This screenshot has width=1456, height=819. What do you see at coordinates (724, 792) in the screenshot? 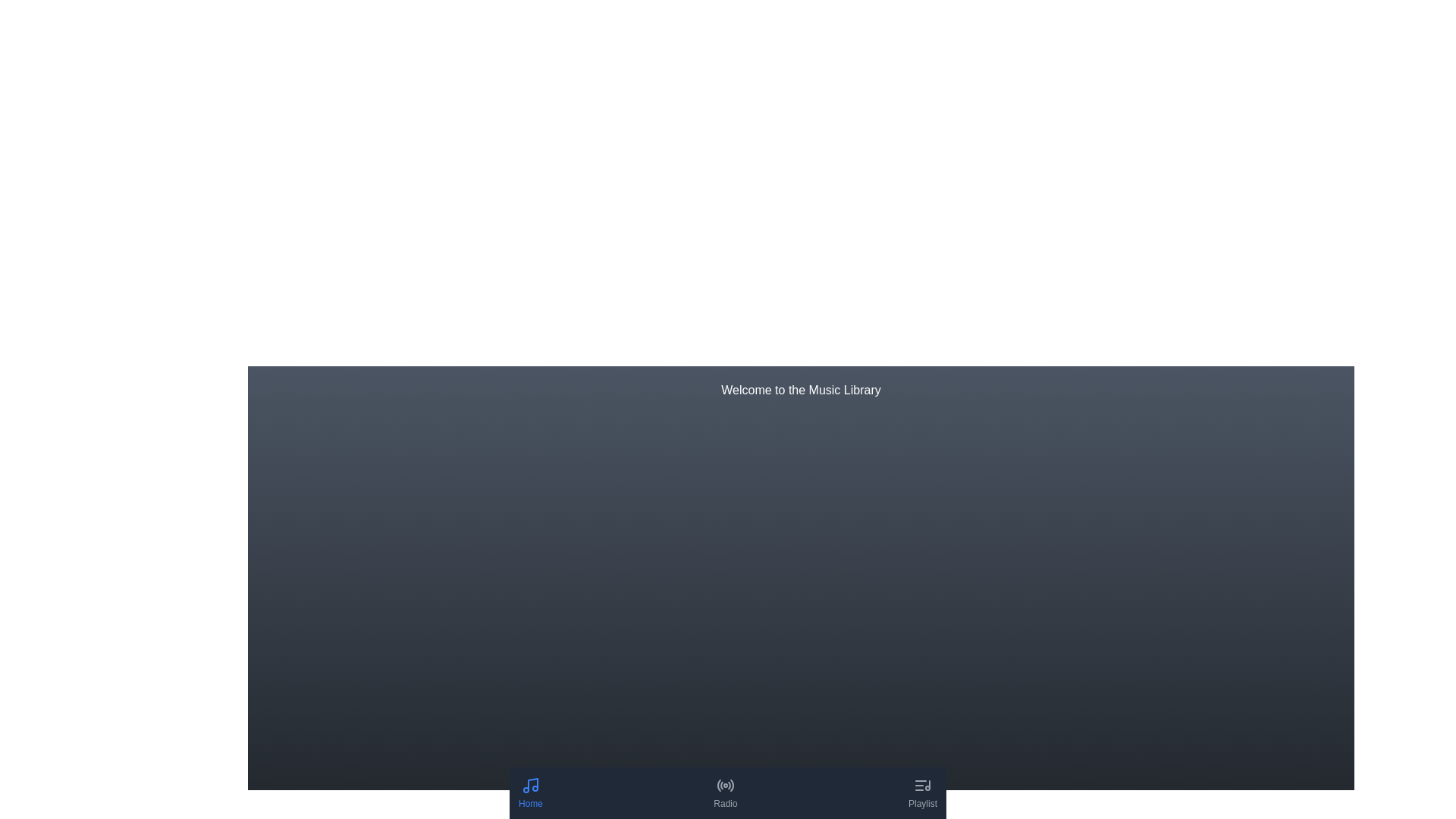
I see `the 'Radio' button in the bottom navigation bar, which features a gray radio icon and text label` at bounding box center [724, 792].